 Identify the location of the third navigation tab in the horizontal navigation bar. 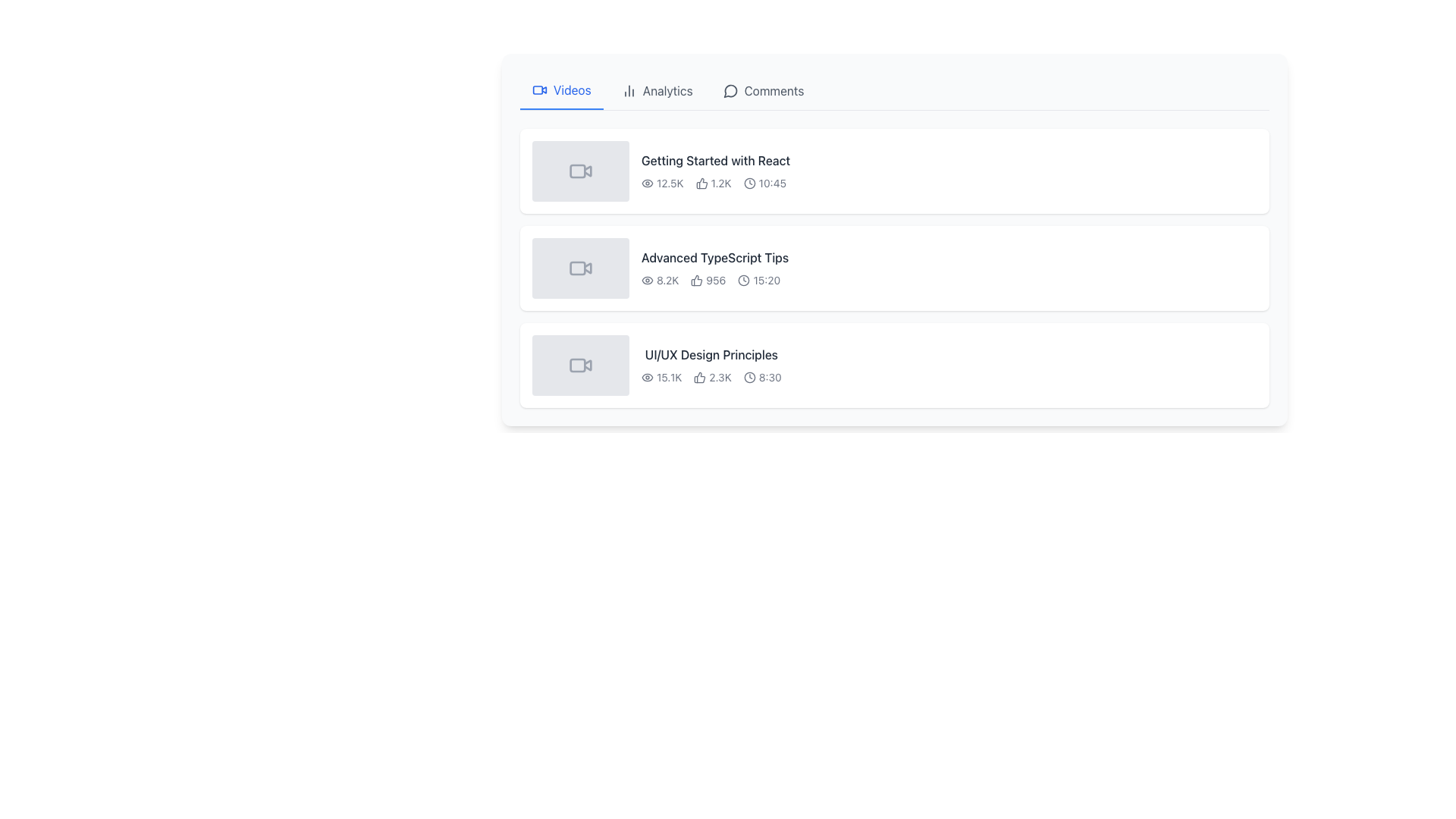
(764, 90).